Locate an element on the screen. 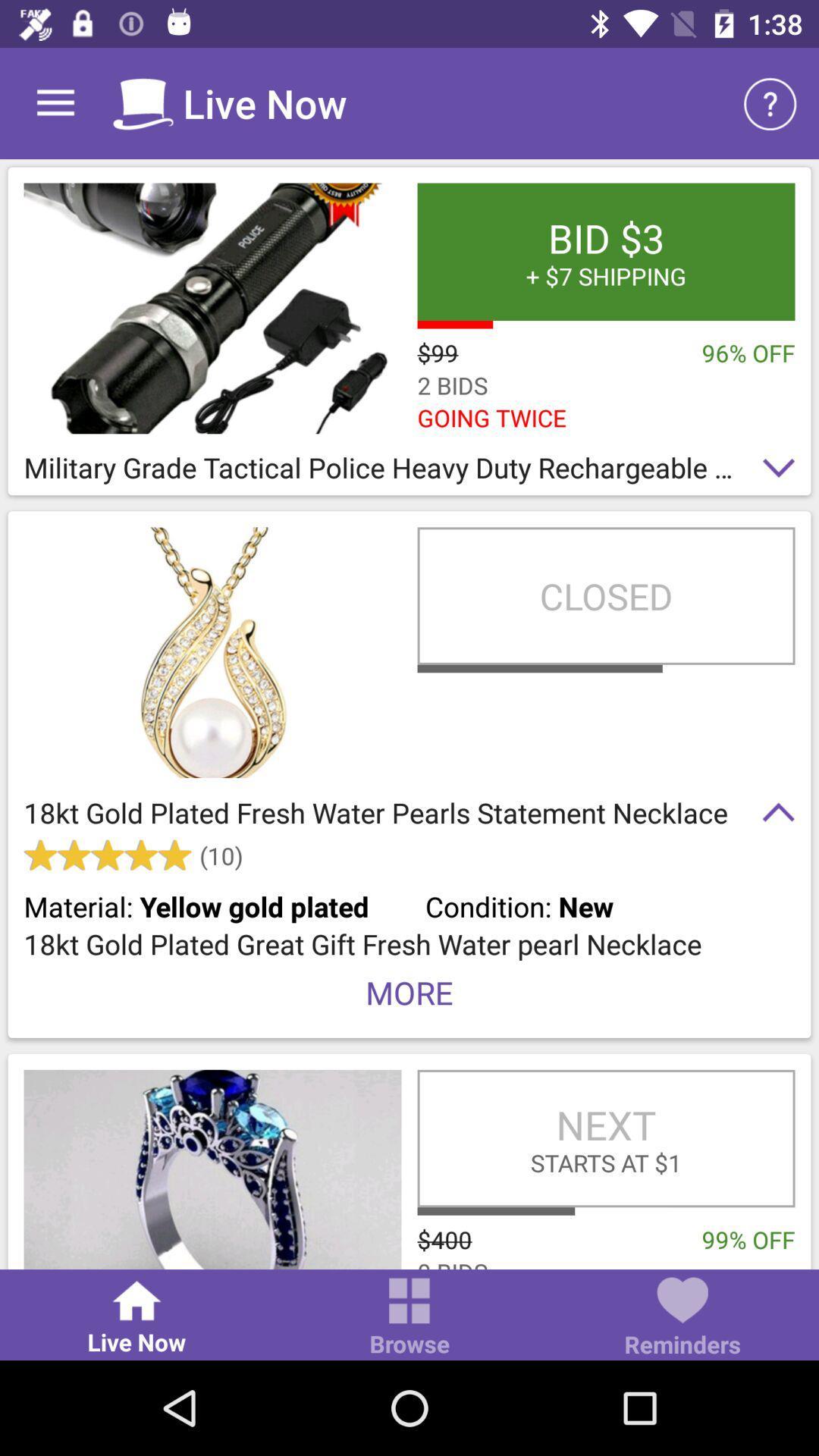 The image size is (819, 1456). this item is located at coordinates (212, 1169).